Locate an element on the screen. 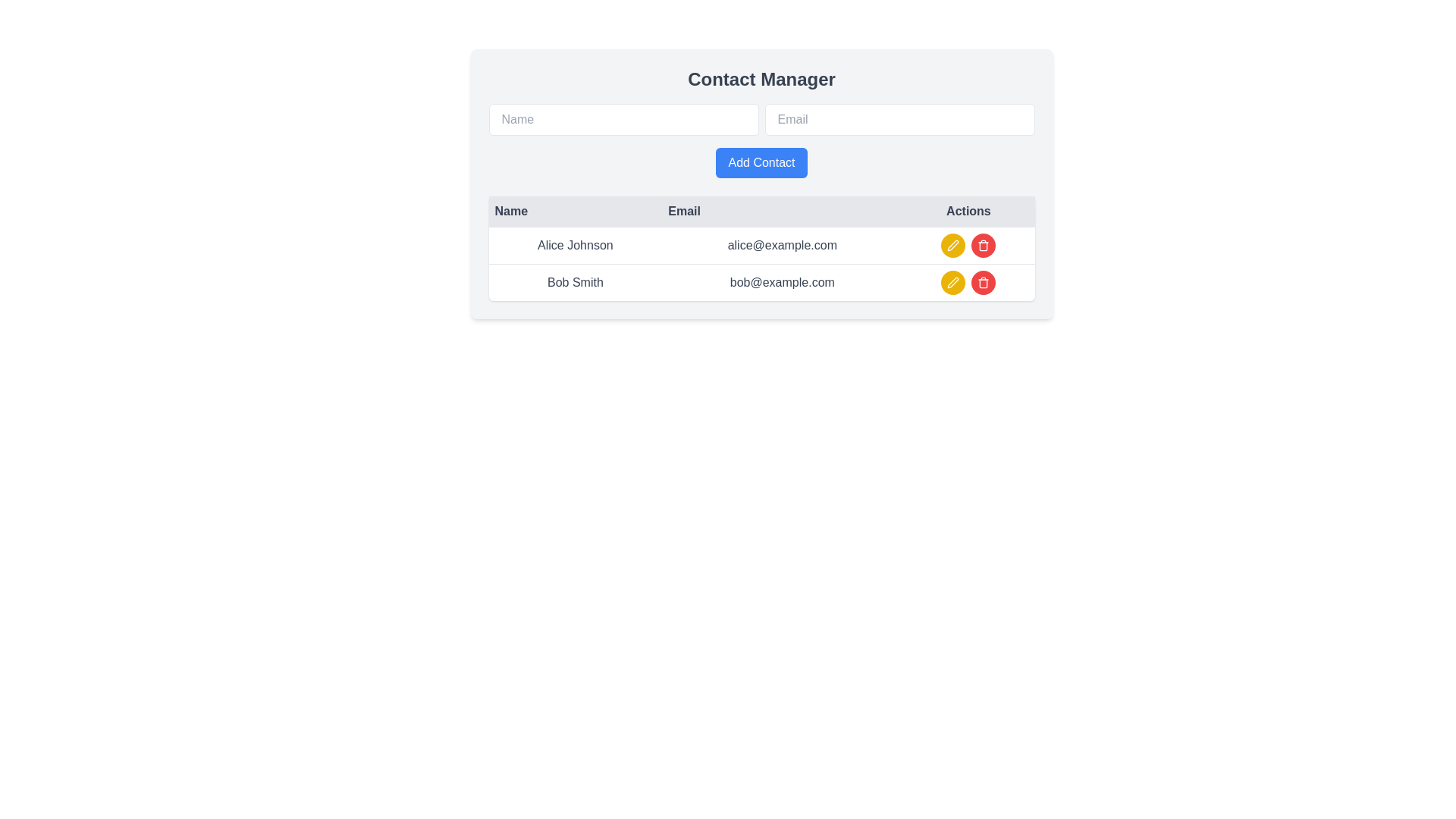  the delete button in the action button group for the contact entry of 'Alice Johnson' with email 'alice@example.com' is located at coordinates (967, 245).